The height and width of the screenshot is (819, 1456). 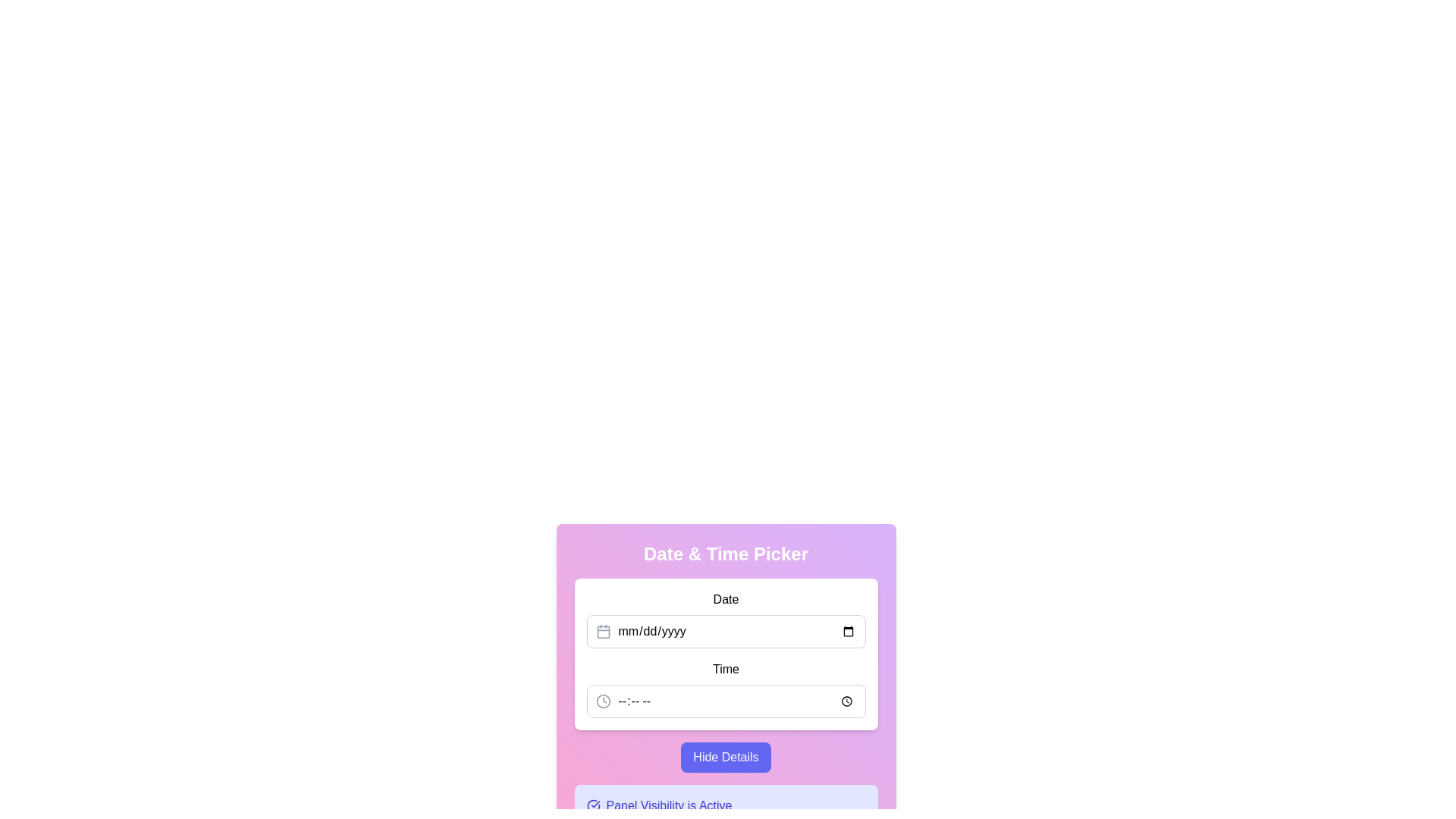 What do you see at coordinates (592, 805) in the screenshot?
I see `the confirmation icon that indicates a success state, which is positioned to the left of the label text 'Panel Visibility is Active'` at bounding box center [592, 805].